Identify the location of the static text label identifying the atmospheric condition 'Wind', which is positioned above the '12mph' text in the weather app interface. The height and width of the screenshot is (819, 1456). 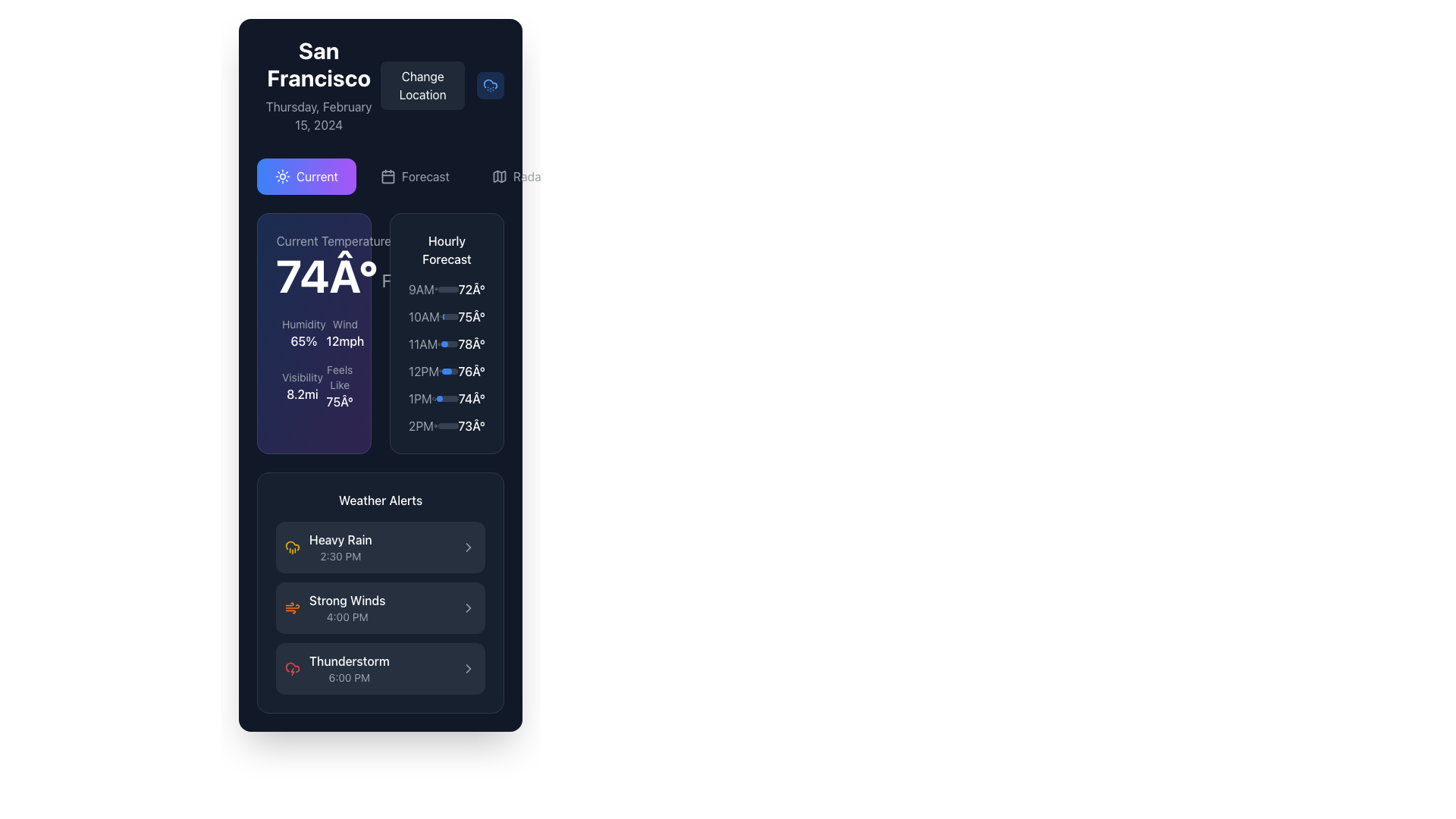
(344, 324).